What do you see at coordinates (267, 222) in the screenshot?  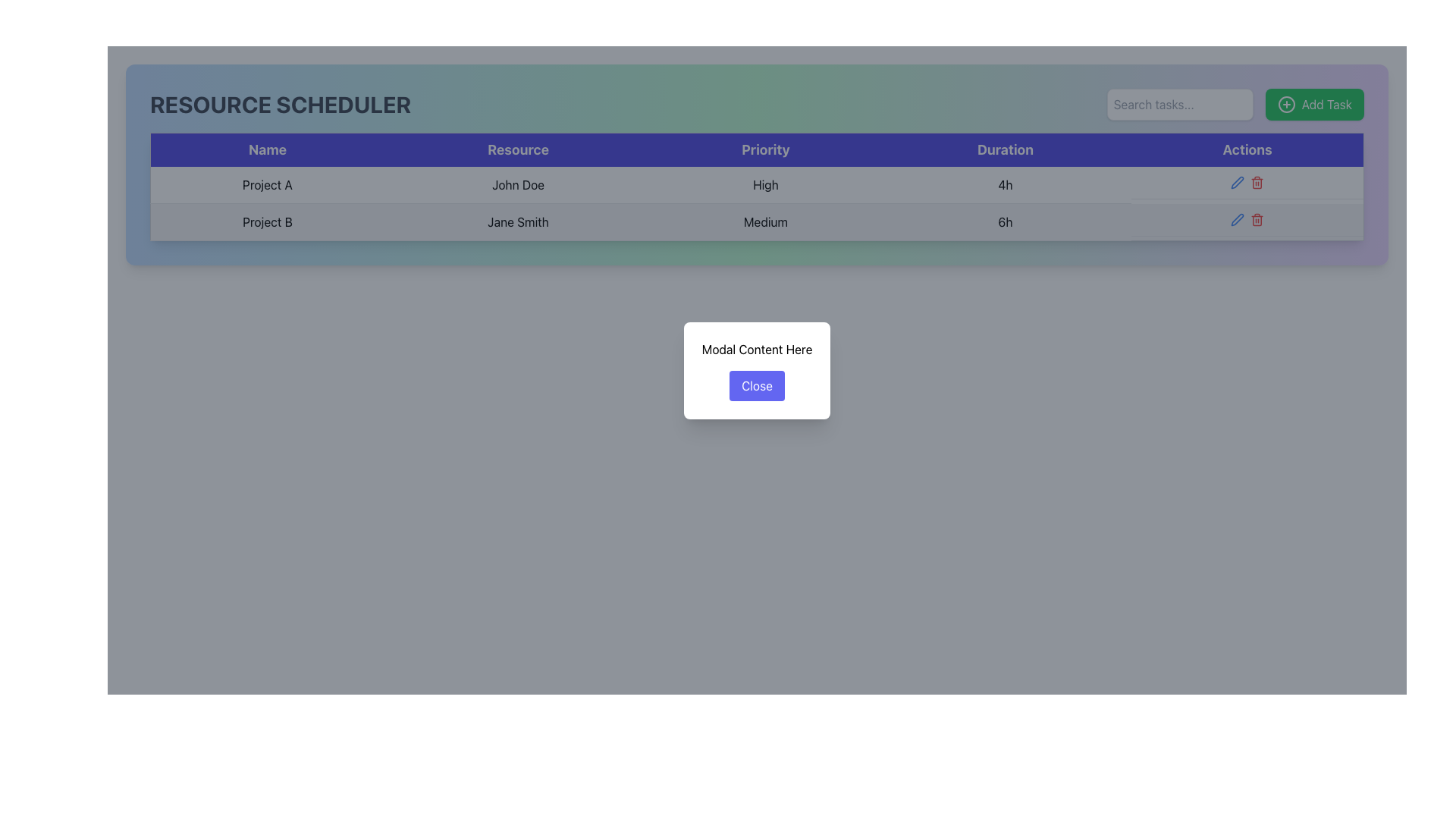 I see `text content of the first column in the second row of the scheduler table, which identifies the project resource` at bounding box center [267, 222].